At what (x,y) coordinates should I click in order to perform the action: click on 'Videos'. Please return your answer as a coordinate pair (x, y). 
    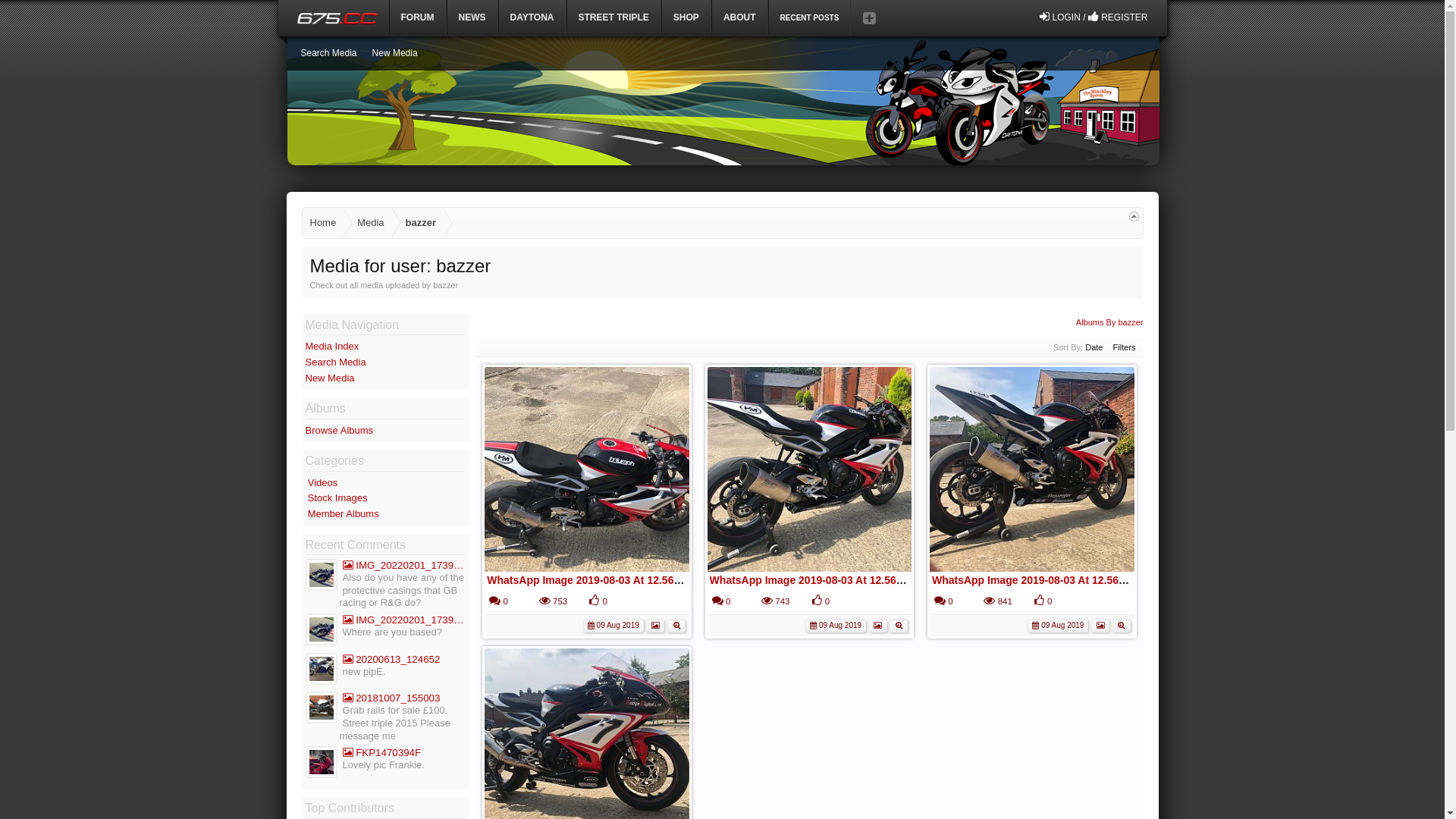
    Looking at the image, I should click on (307, 482).